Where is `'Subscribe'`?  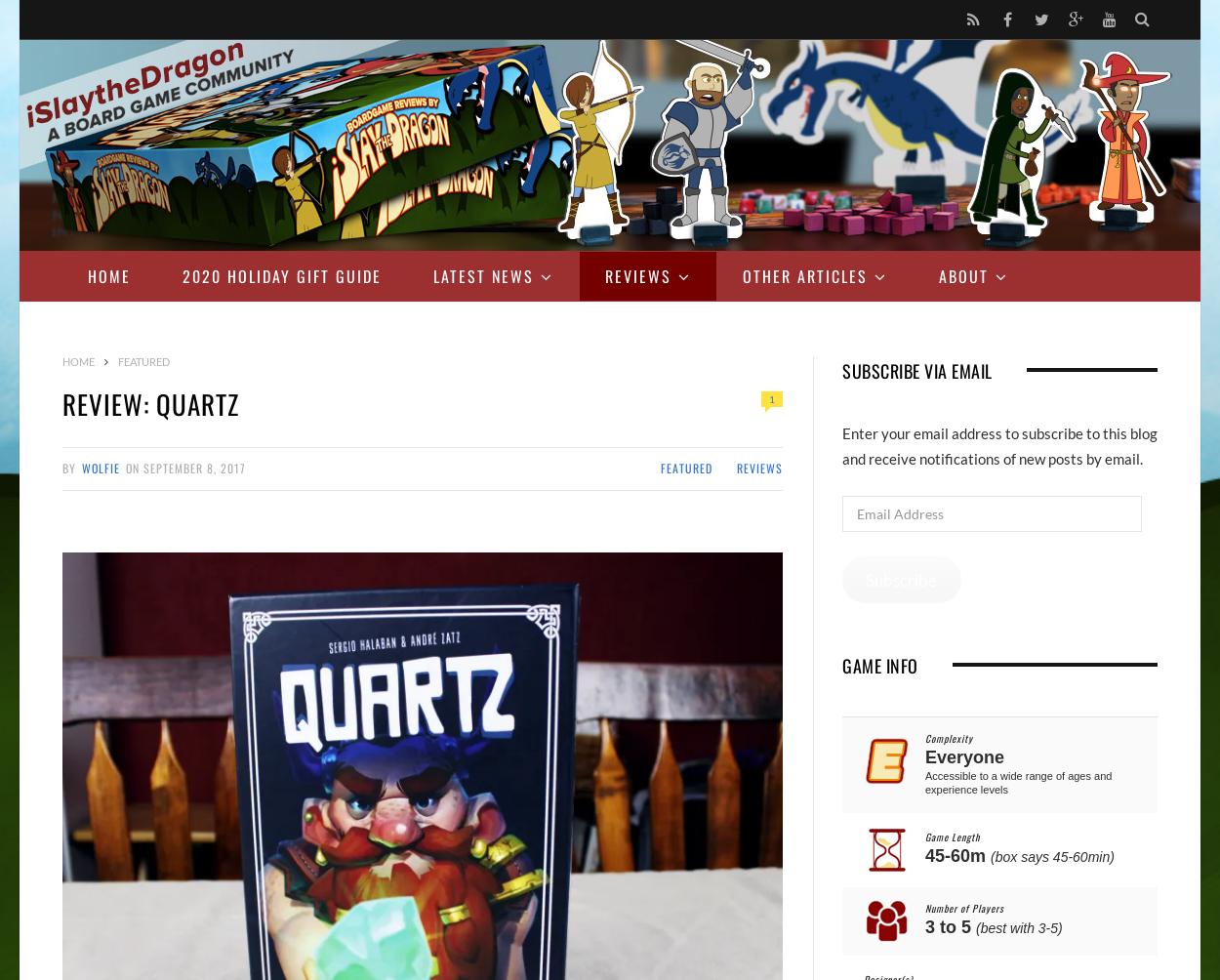
'Subscribe' is located at coordinates (901, 579).